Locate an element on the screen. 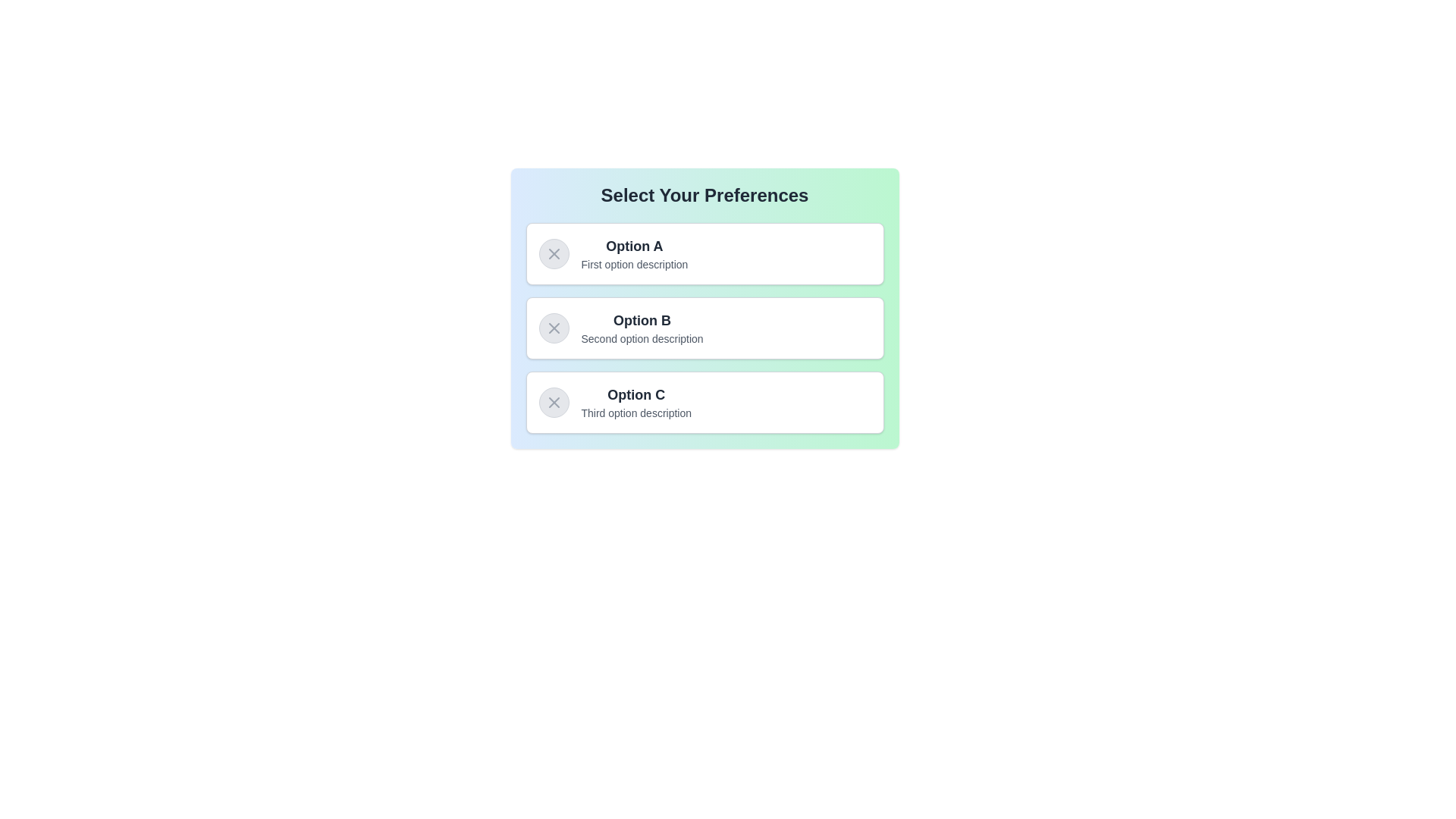 Image resolution: width=1456 pixels, height=819 pixels. the button located at the far left of the 'Option A' row to deselect the corresponding option is located at coordinates (553, 253).